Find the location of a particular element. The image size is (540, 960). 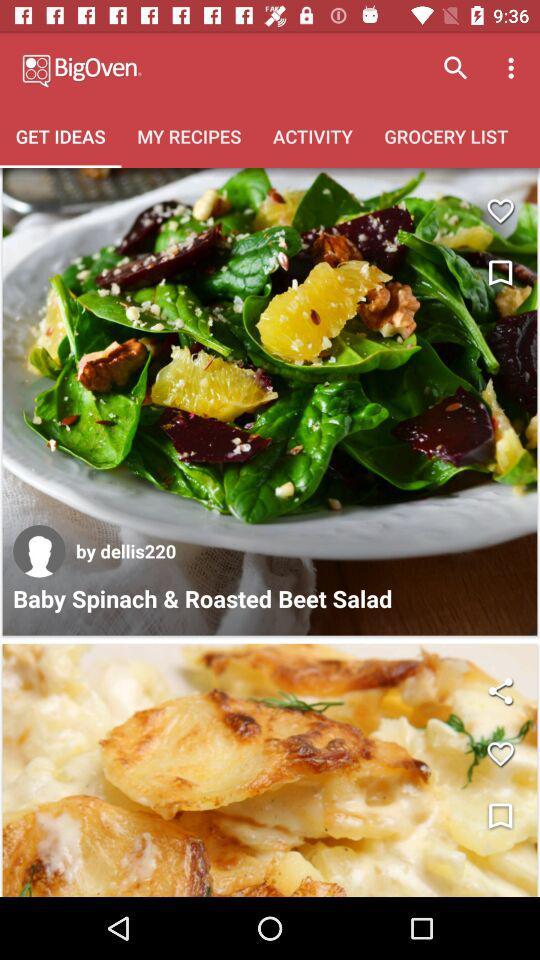

favorite is located at coordinates (499, 211).